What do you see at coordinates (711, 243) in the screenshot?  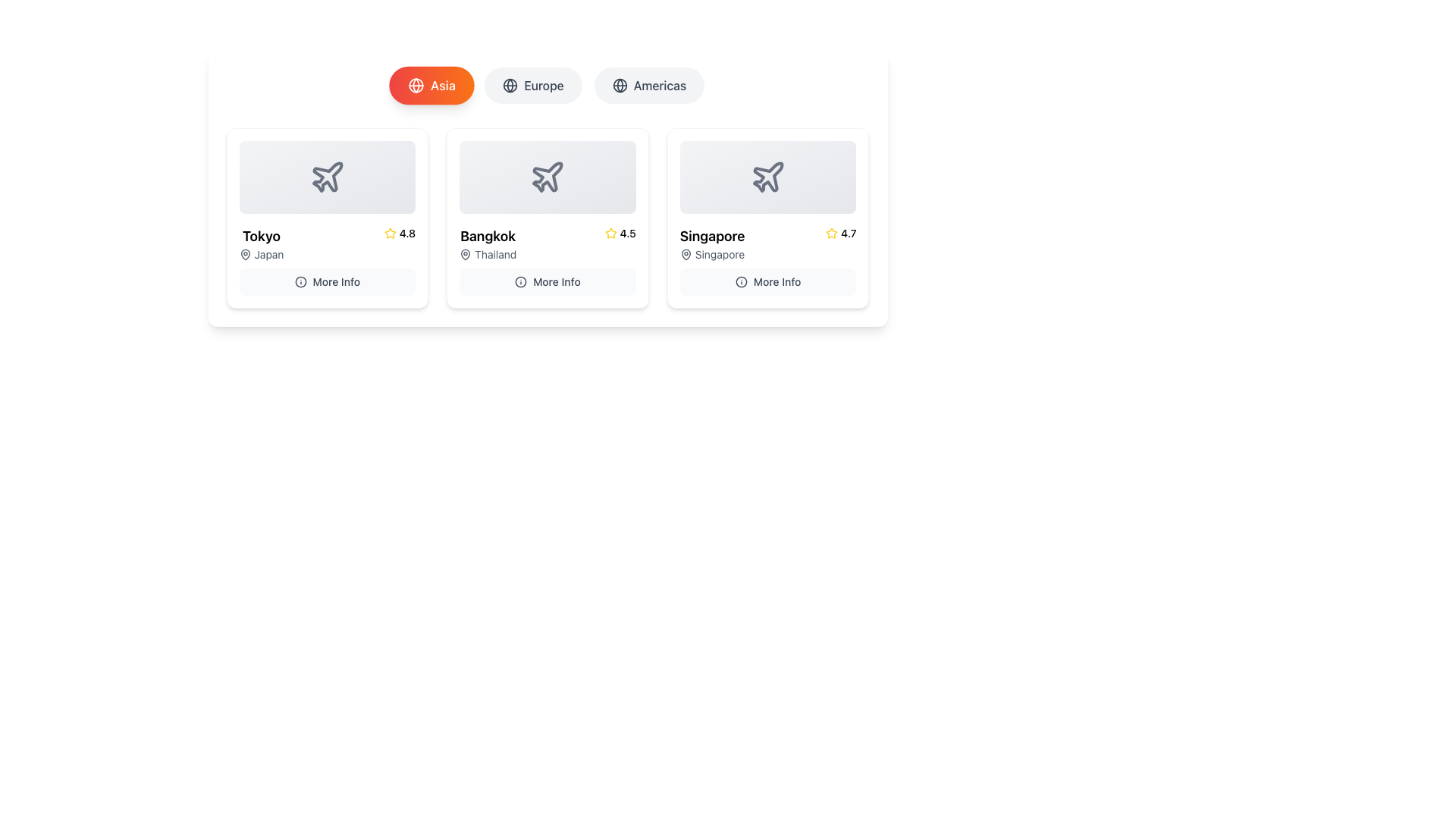 I see `the Text display for 'Singapore' which features a bolded upper line and a grey-colored lower line, accompanied by a map icon, located in the third card above the 'More Info' button` at bounding box center [711, 243].